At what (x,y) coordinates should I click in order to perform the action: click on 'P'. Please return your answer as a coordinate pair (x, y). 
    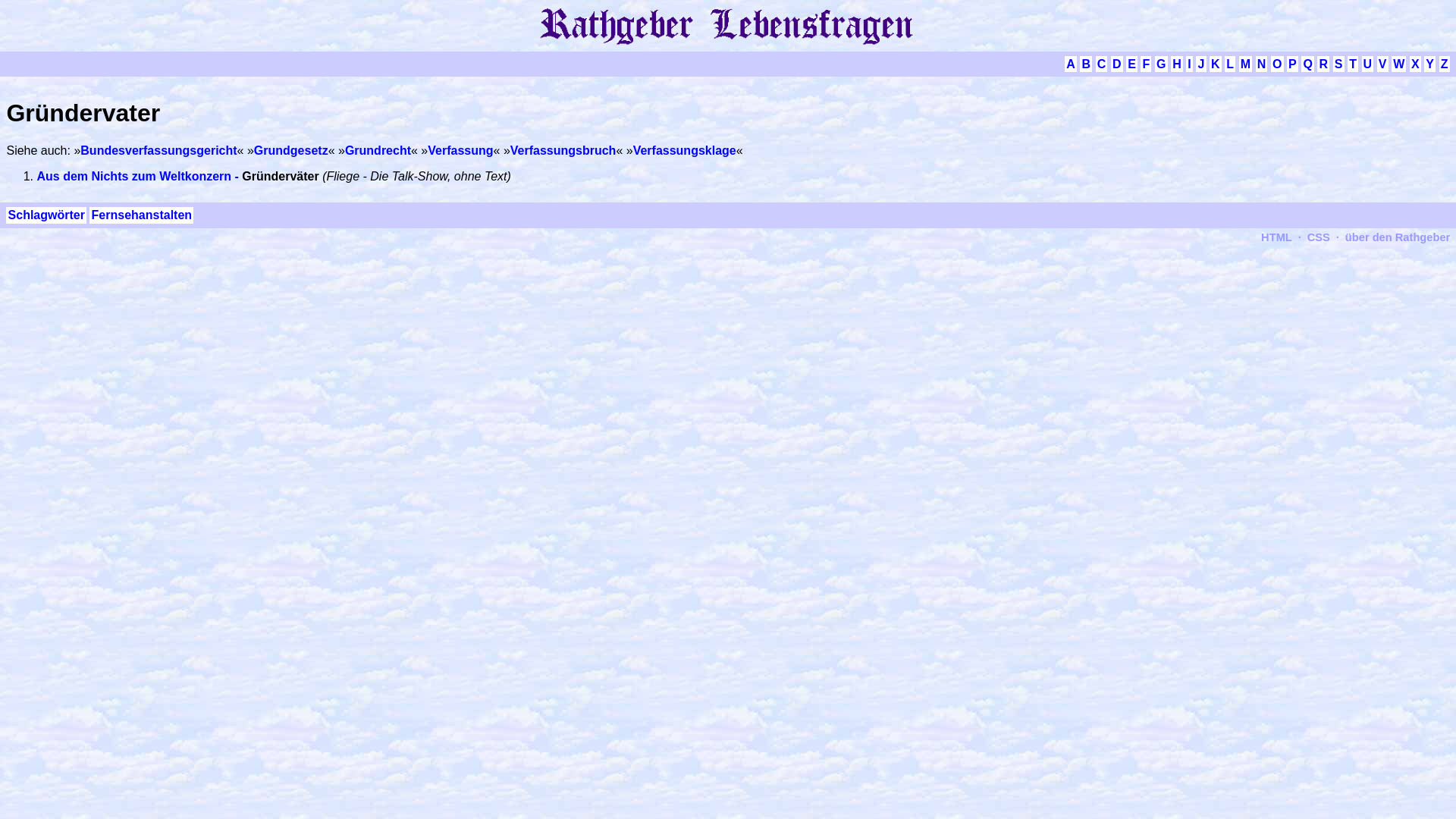
    Looking at the image, I should click on (1286, 63).